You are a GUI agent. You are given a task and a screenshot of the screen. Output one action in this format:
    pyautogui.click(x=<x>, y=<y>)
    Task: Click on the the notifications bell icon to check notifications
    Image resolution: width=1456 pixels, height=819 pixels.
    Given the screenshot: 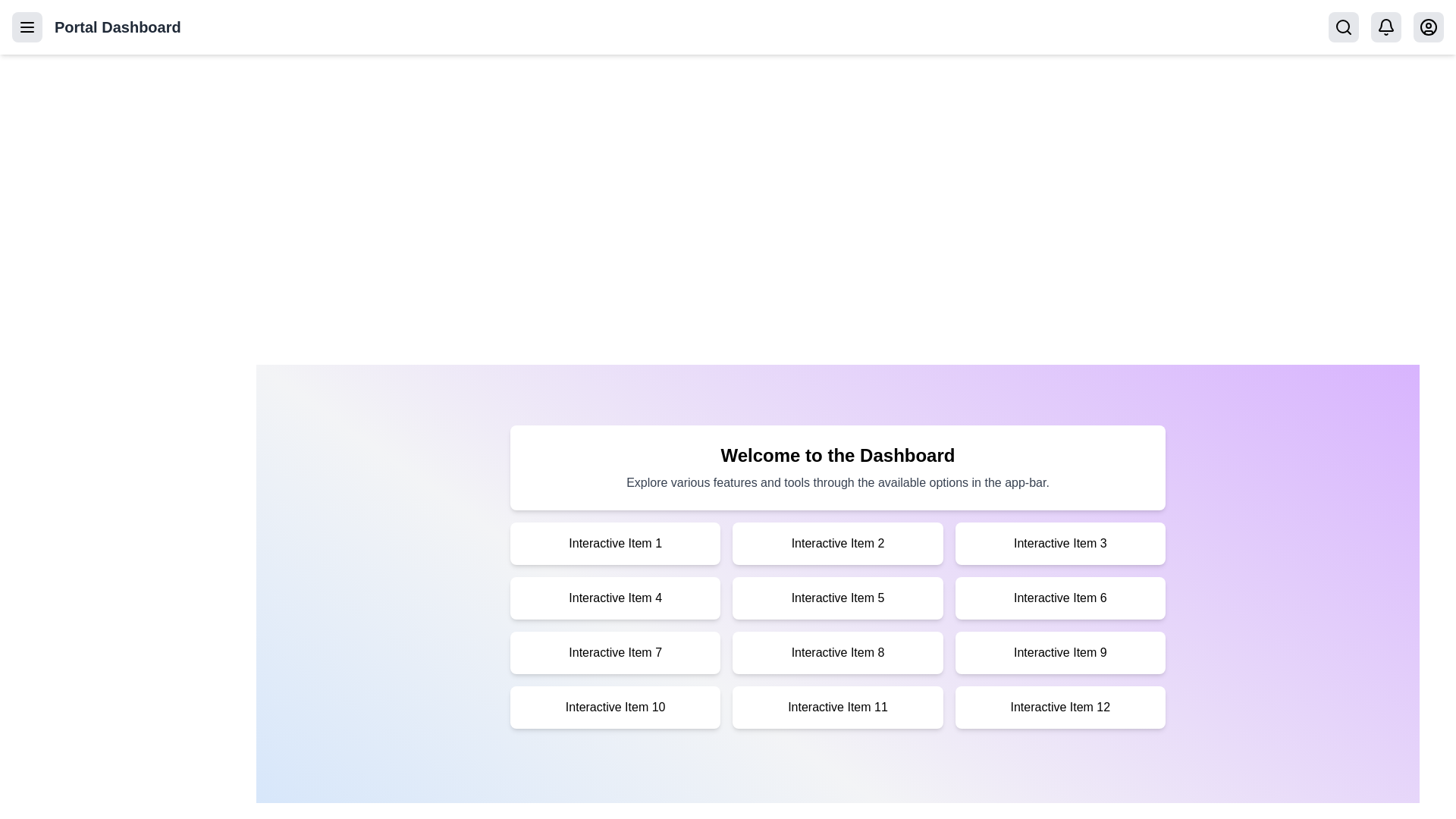 What is the action you would take?
    pyautogui.click(x=1386, y=27)
    